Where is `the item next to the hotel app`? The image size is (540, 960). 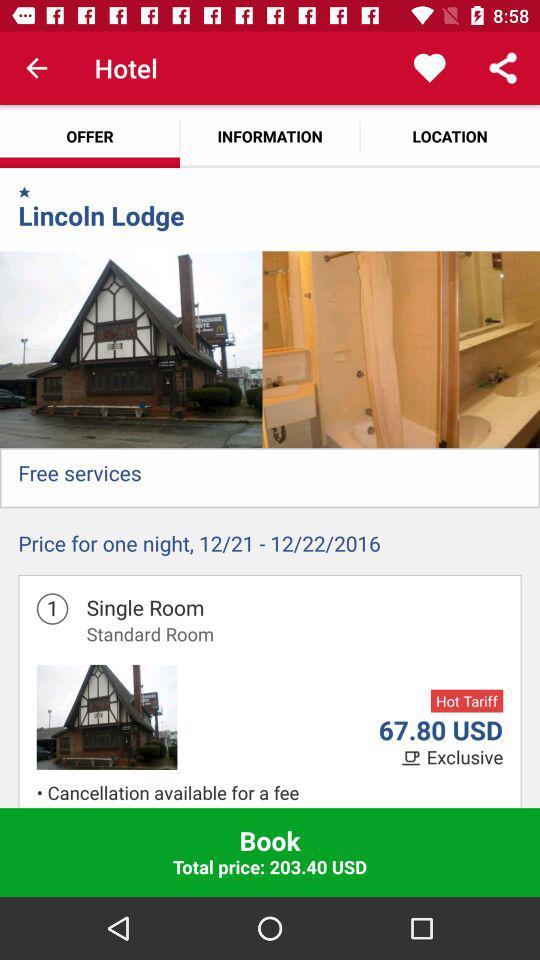
the item next to the hotel app is located at coordinates (36, 68).